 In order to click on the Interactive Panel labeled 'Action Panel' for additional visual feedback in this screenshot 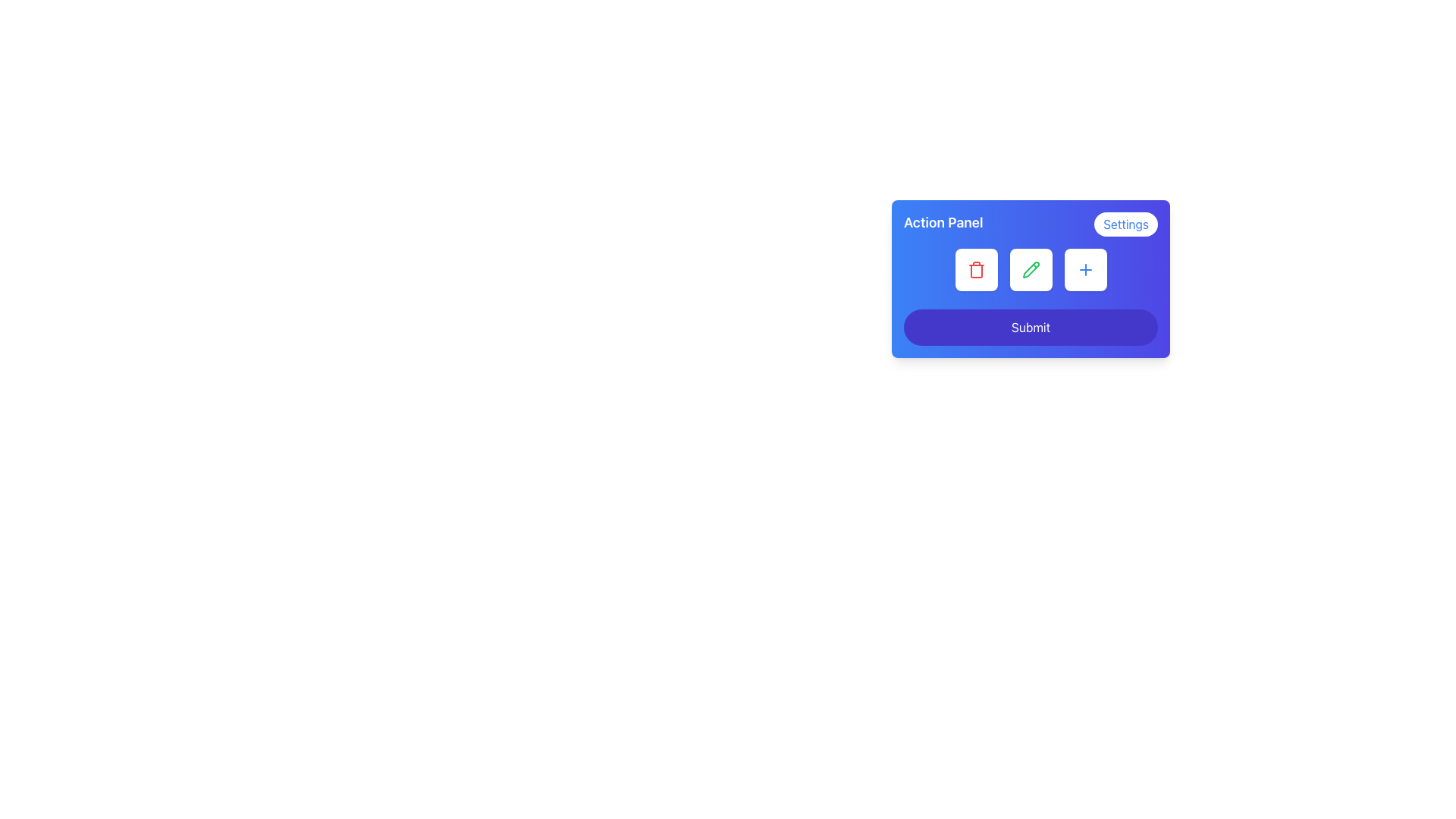, I will do `click(1031, 318)`.